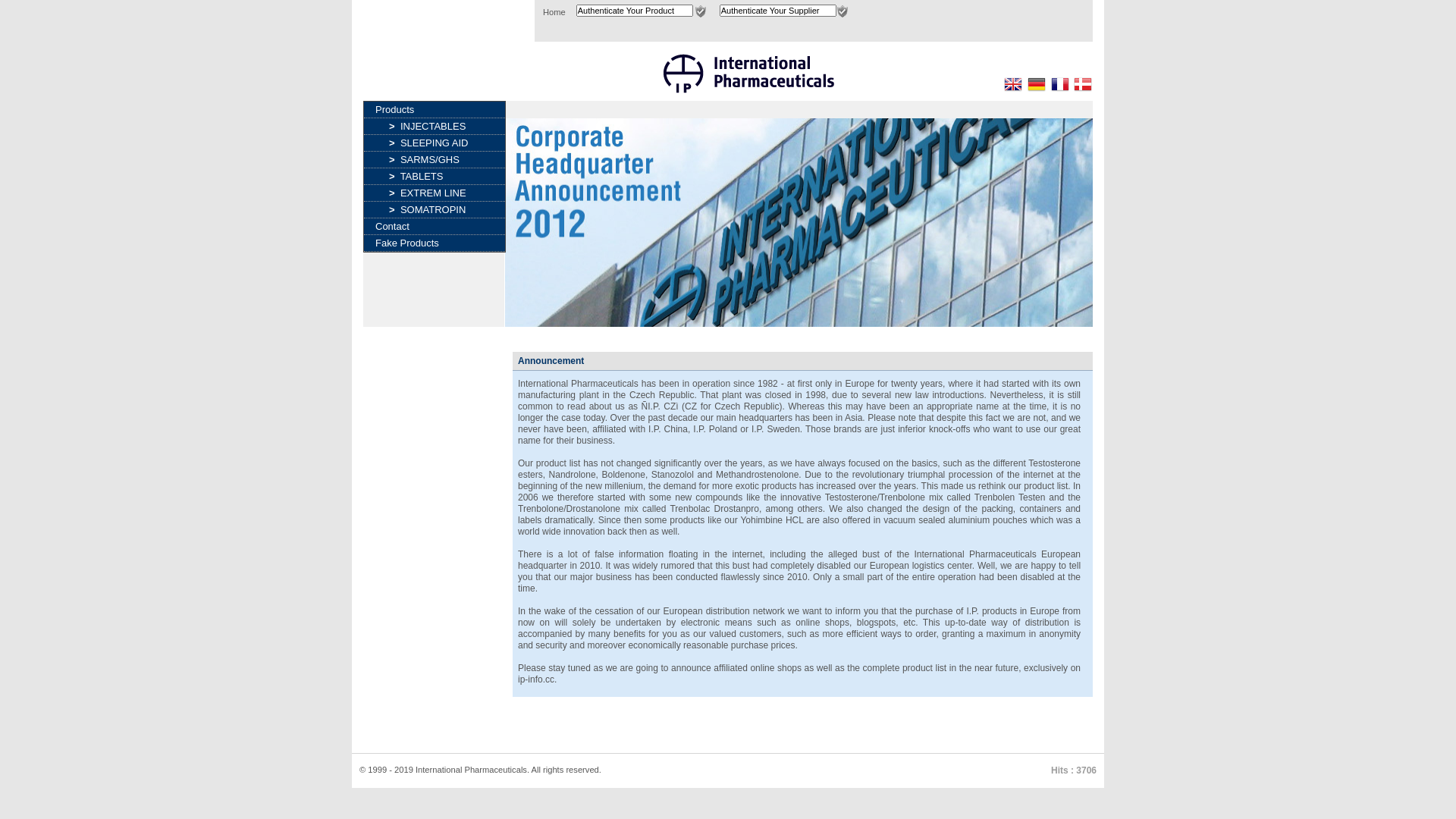  I want to click on '     >  SOMATROPIN', so click(434, 209).